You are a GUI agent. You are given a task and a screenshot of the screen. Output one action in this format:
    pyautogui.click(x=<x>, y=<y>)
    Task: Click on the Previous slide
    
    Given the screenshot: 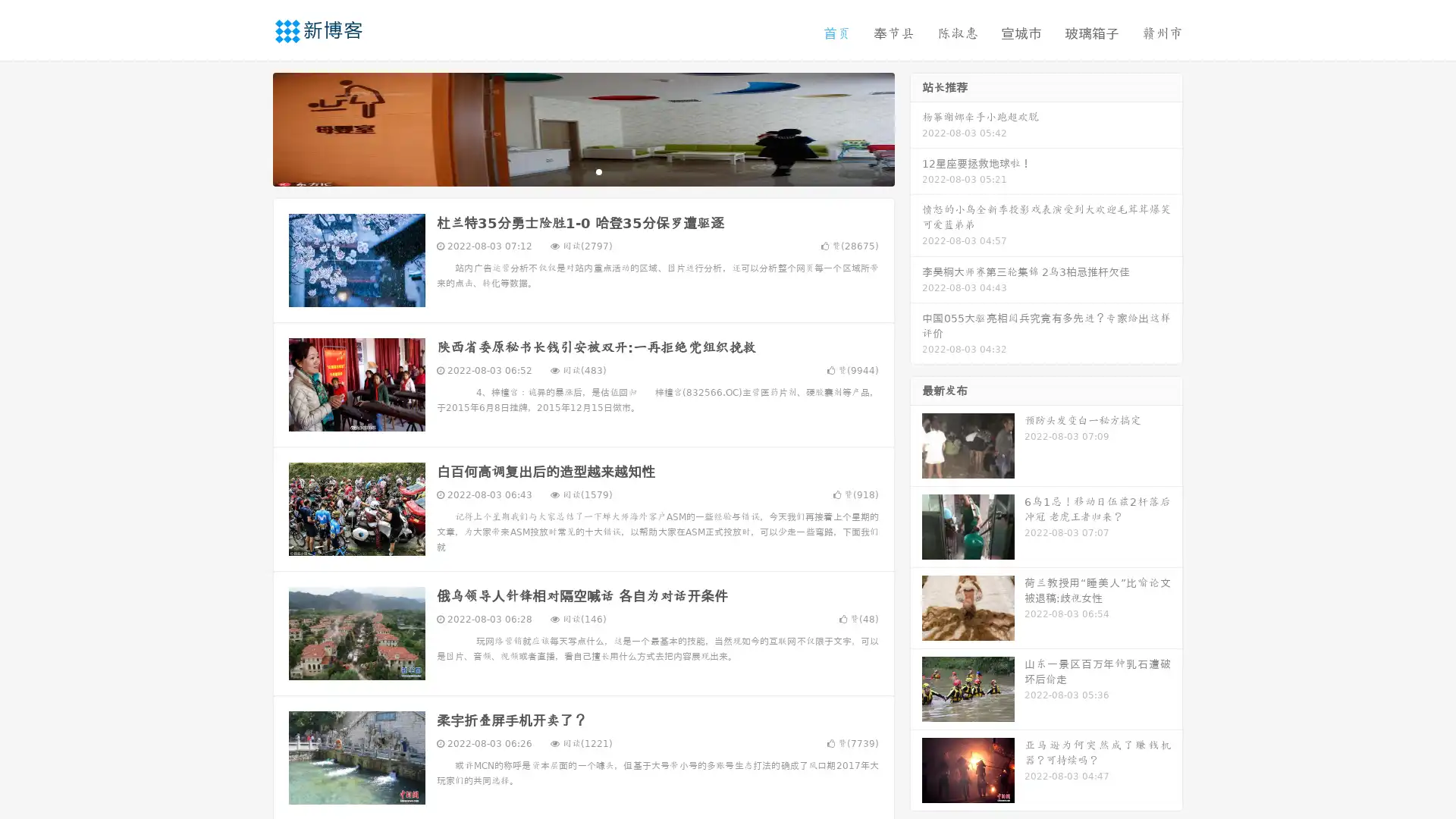 What is the action you would take?
    pyautogui.click(x=250, y=127)
    